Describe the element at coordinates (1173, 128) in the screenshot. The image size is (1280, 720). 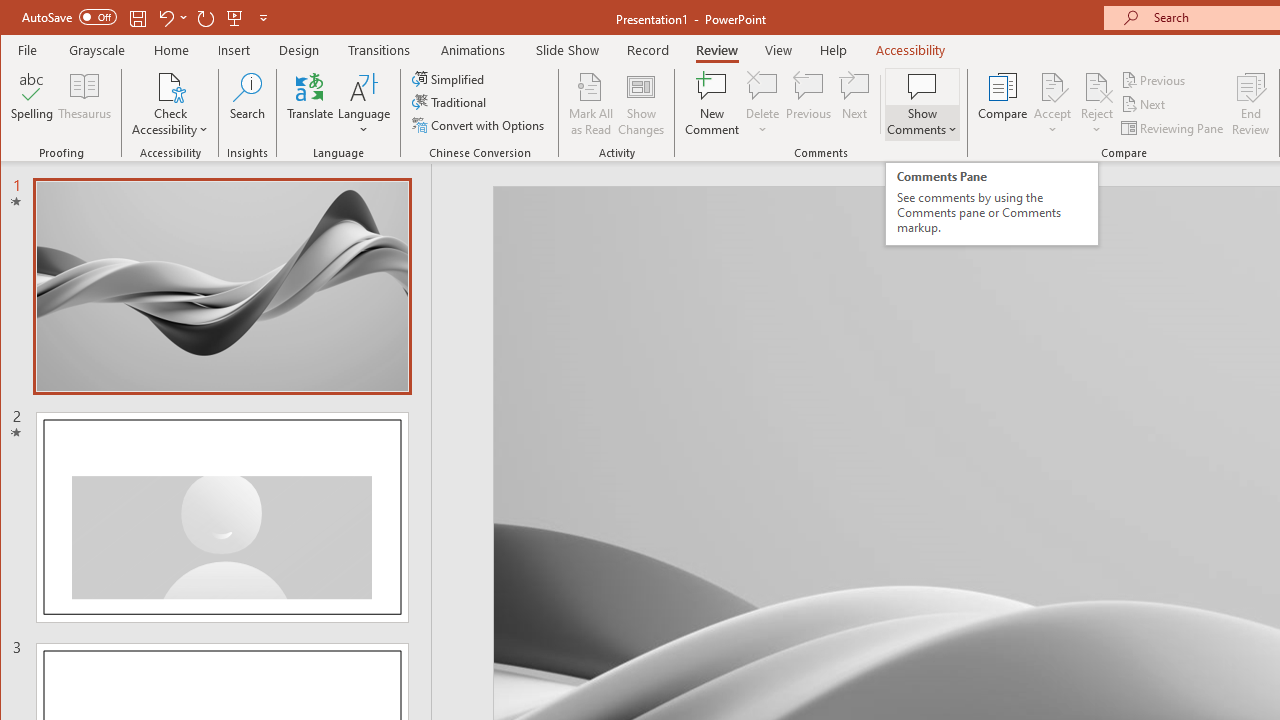
I see `'Reviewing Pane'` at that location.